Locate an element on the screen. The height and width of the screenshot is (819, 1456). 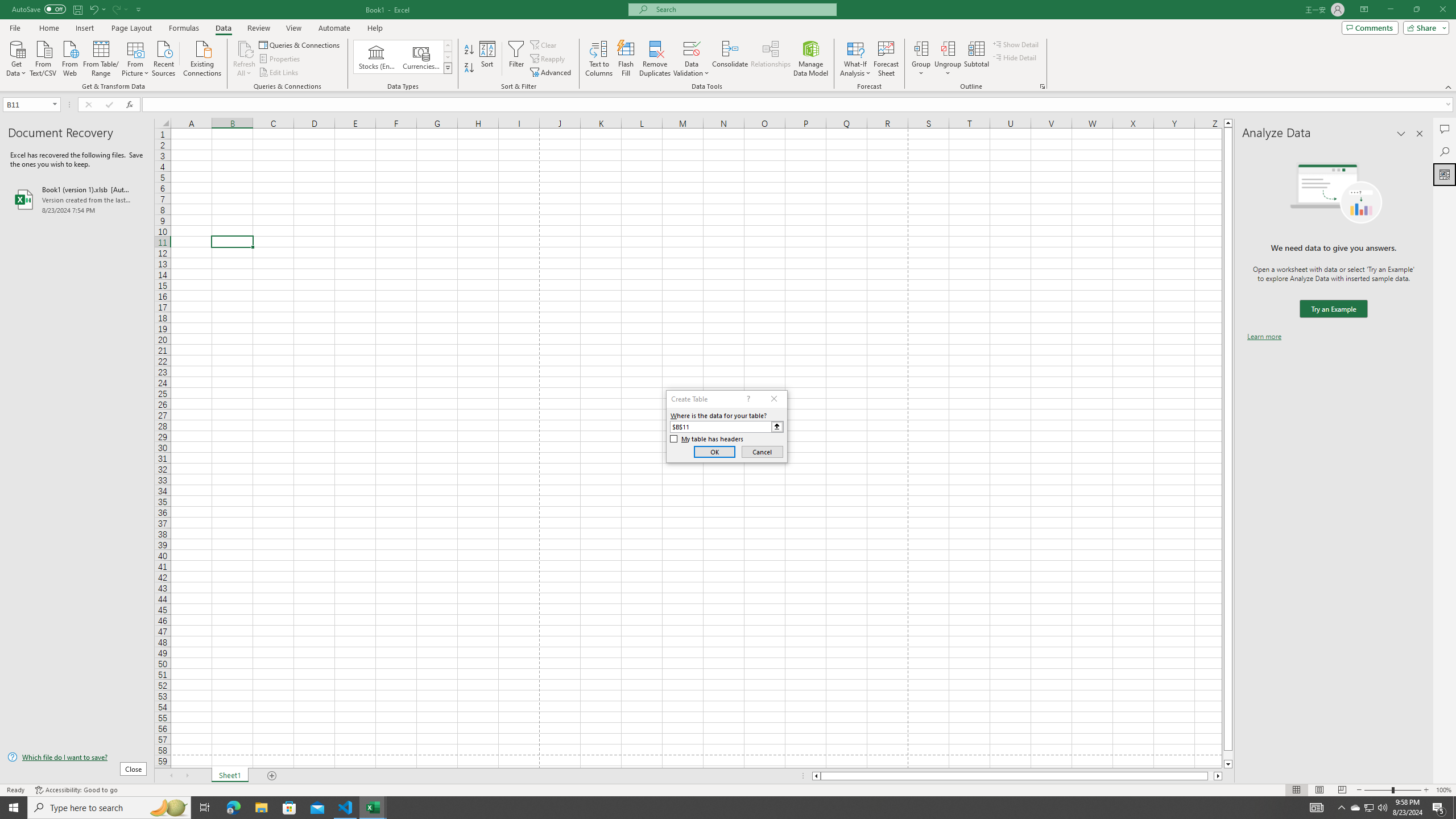
'Get Data' is located at coordinates (16, 57).